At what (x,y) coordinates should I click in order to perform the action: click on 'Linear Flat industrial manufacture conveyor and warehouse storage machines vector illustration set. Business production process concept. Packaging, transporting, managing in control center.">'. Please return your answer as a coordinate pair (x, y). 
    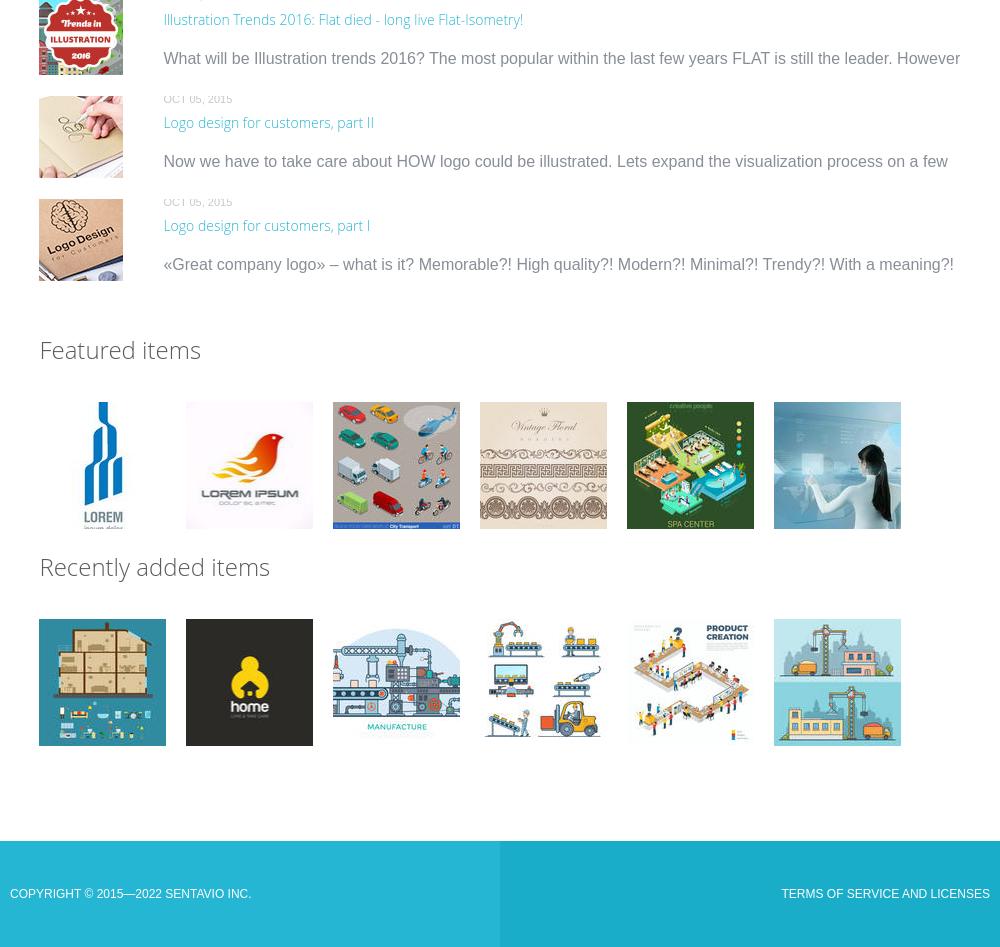
    Looking at the image, I should click on (479, 742).